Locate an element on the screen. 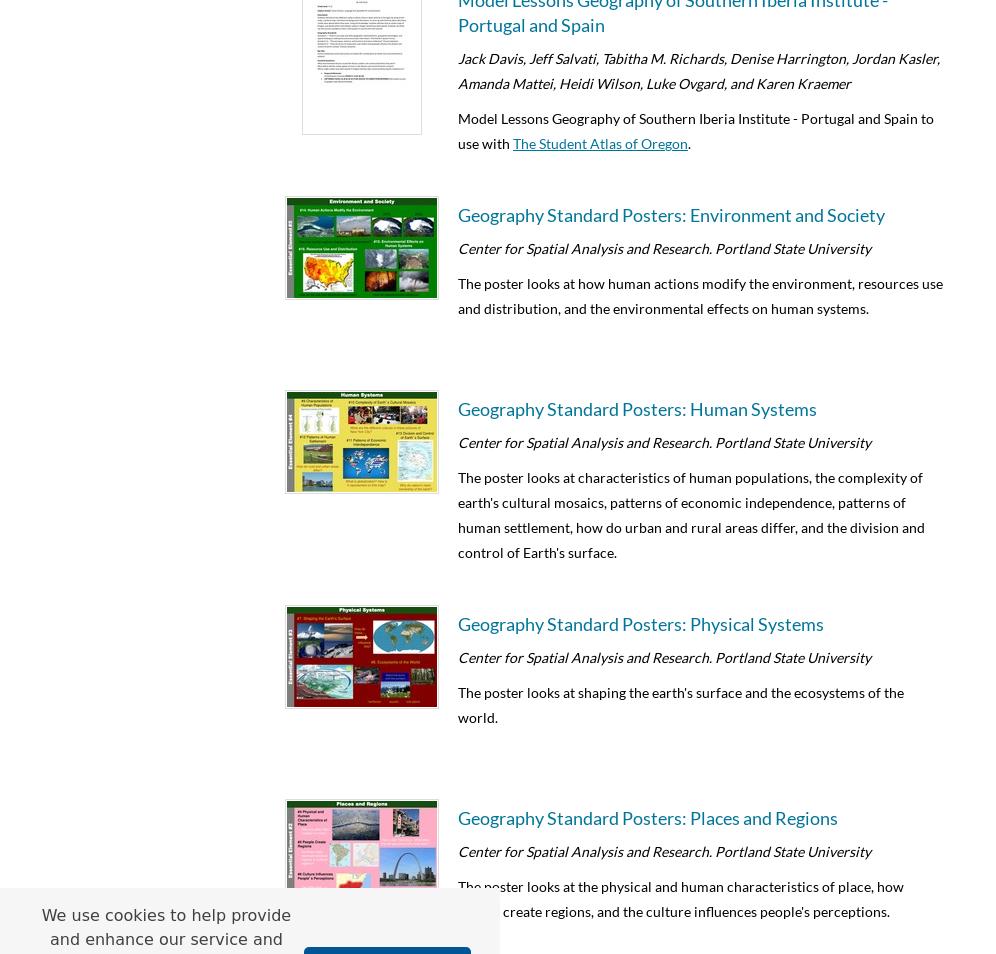 This screenshot has height=954, width=996. 'The poster looks at the physical and human characteristics of place, how people create regions, and the culture influences people's perceptions.' is located at coordinates (680, 898).